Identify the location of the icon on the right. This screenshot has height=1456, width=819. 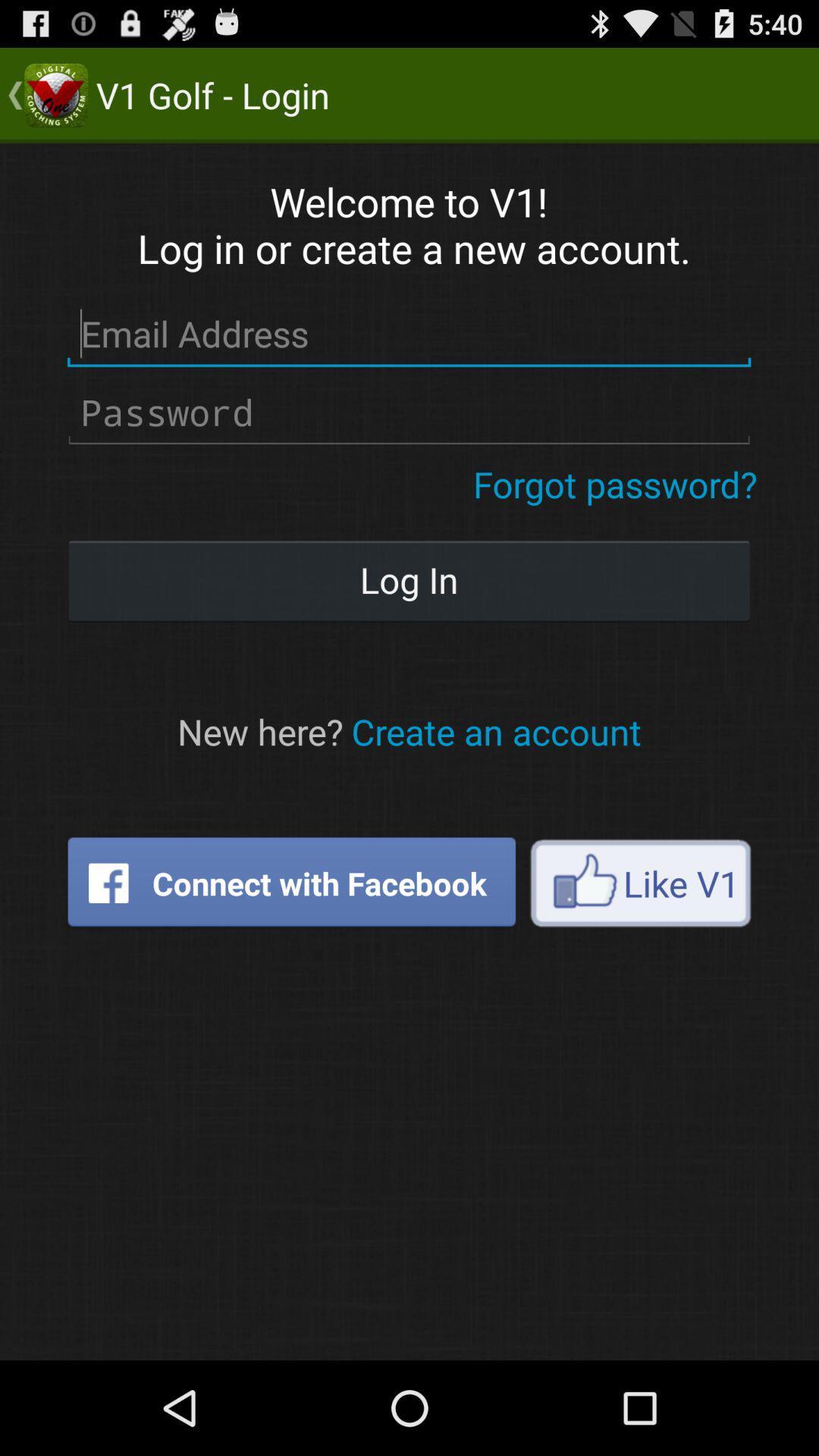
(640, 883).